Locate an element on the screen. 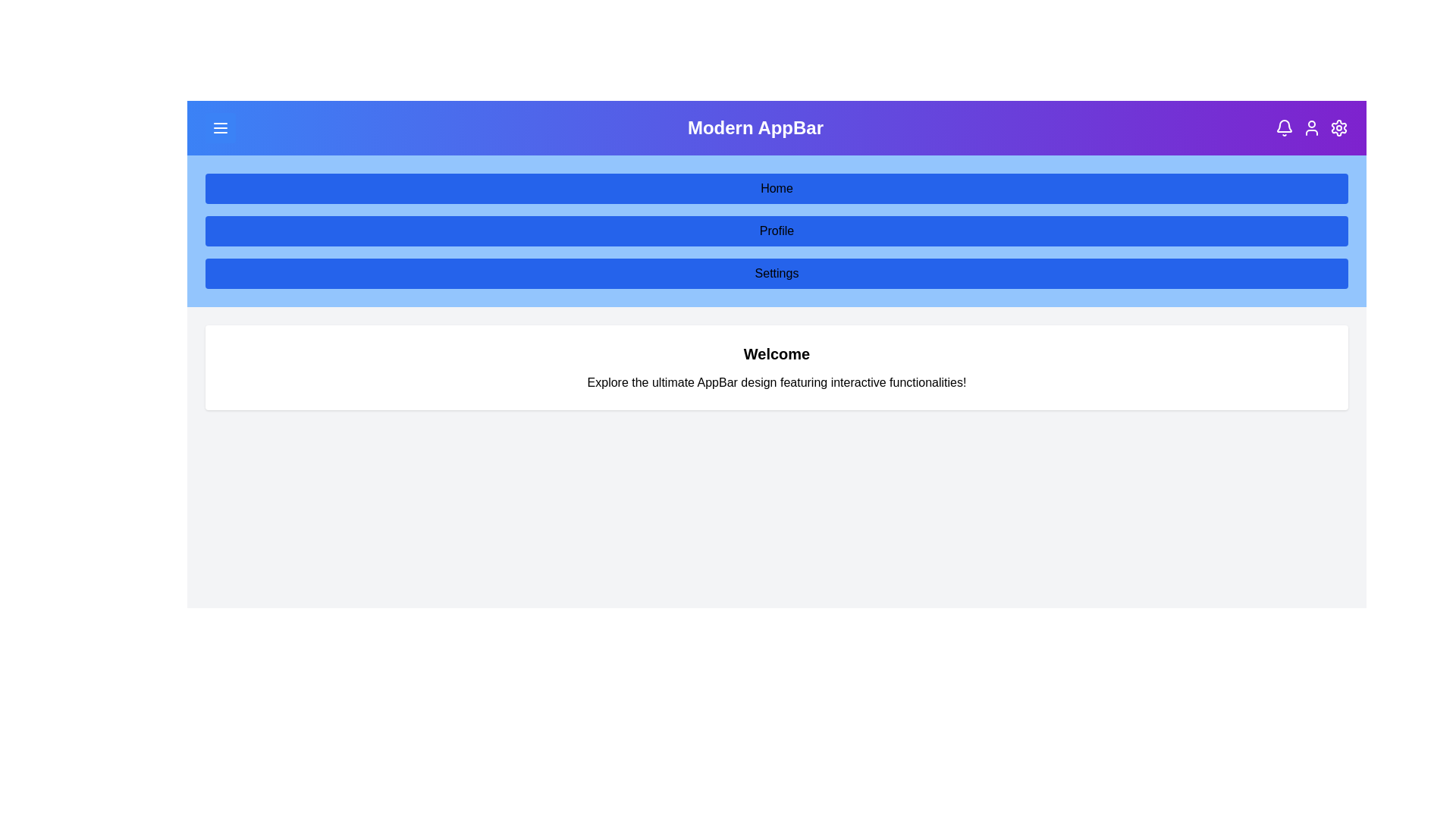  the user icon to open profile options is located at coordinates (1310, 127).